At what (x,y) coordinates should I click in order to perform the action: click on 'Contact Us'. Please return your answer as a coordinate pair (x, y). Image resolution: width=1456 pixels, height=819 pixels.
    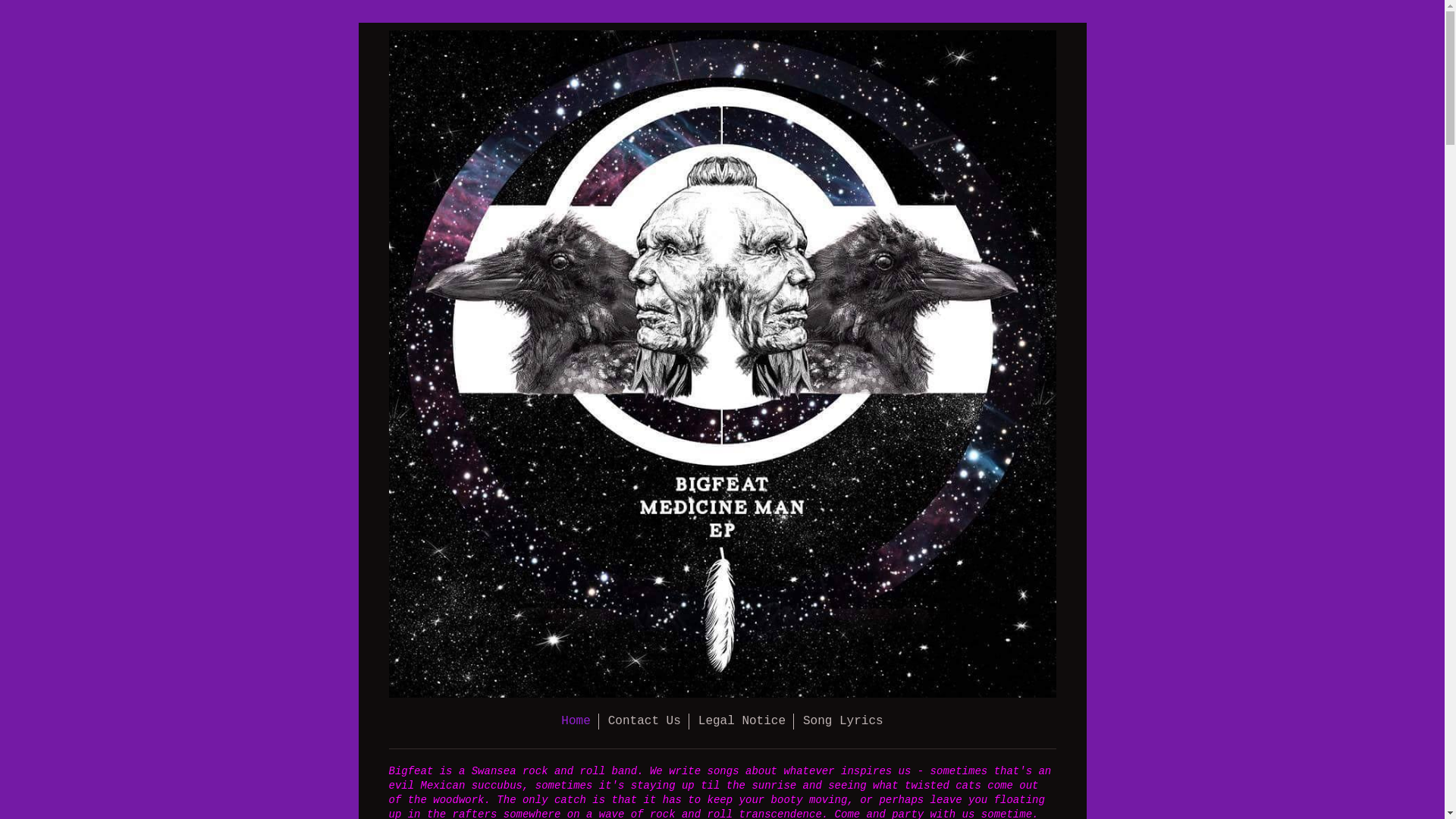
    Looking at the image, I should click on (645, 720).